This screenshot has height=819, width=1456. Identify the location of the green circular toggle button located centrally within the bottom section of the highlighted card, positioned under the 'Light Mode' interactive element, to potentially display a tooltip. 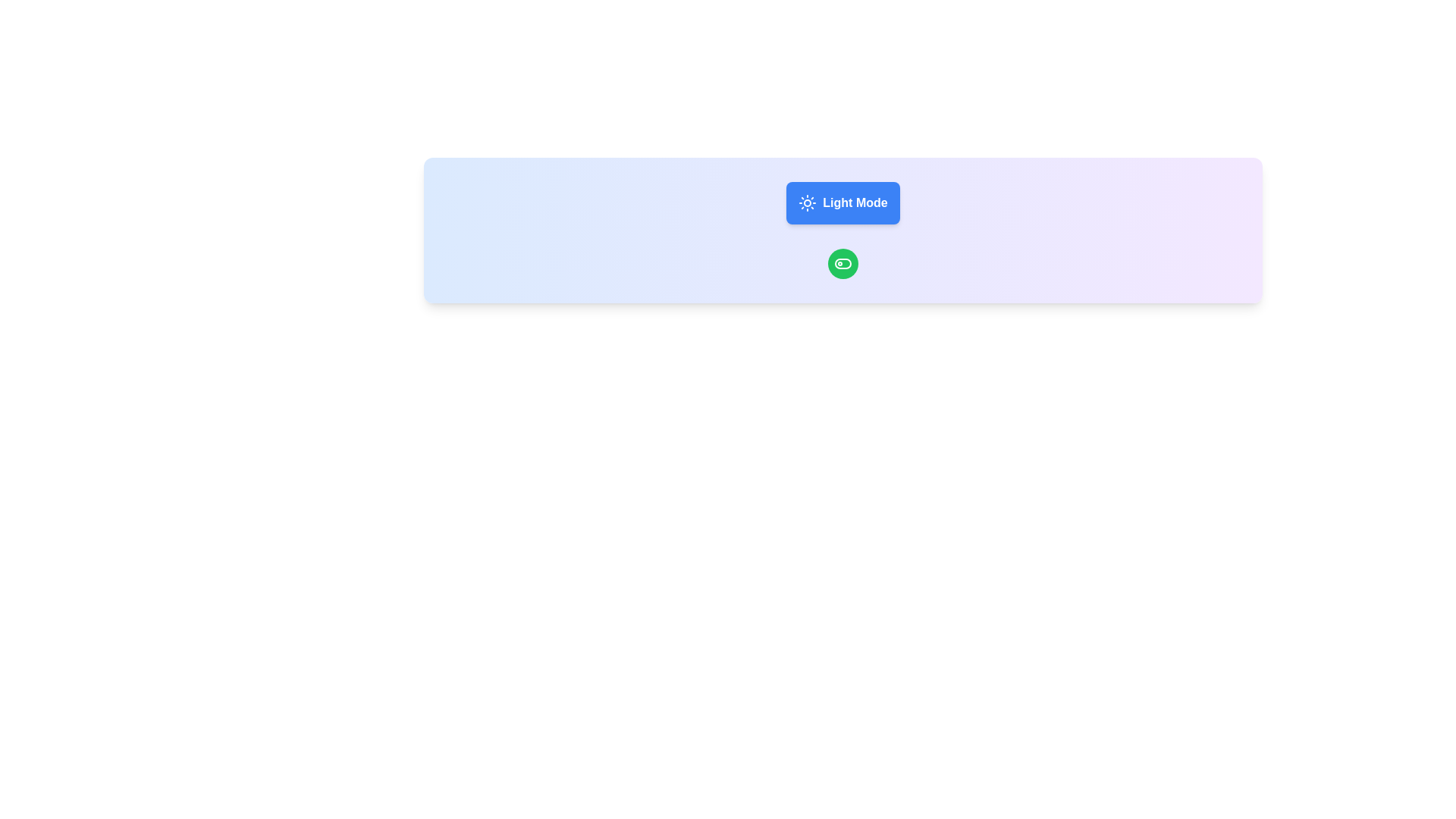
(843, 262).